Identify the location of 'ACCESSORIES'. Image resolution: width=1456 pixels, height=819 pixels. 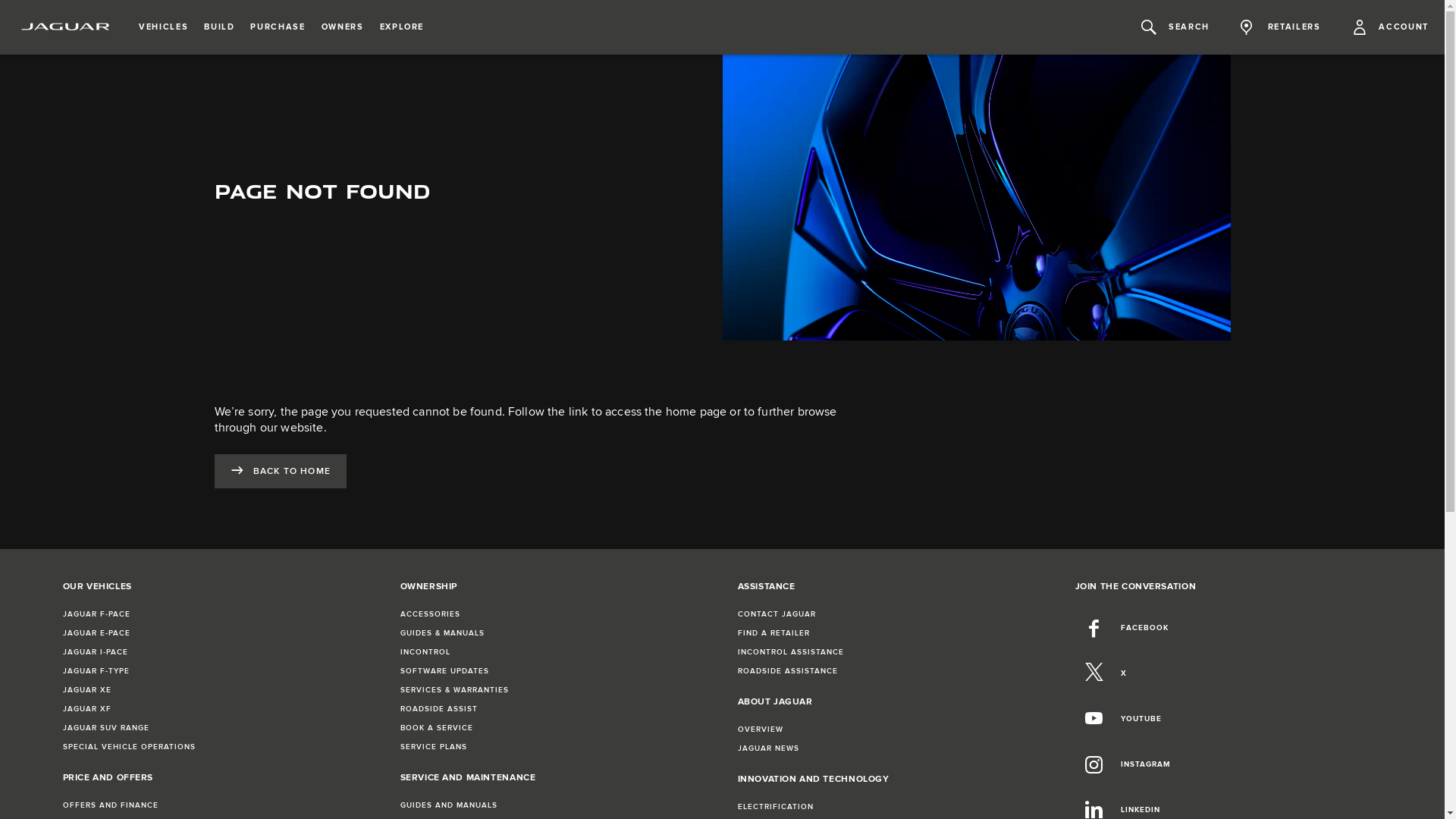
(429, 614).